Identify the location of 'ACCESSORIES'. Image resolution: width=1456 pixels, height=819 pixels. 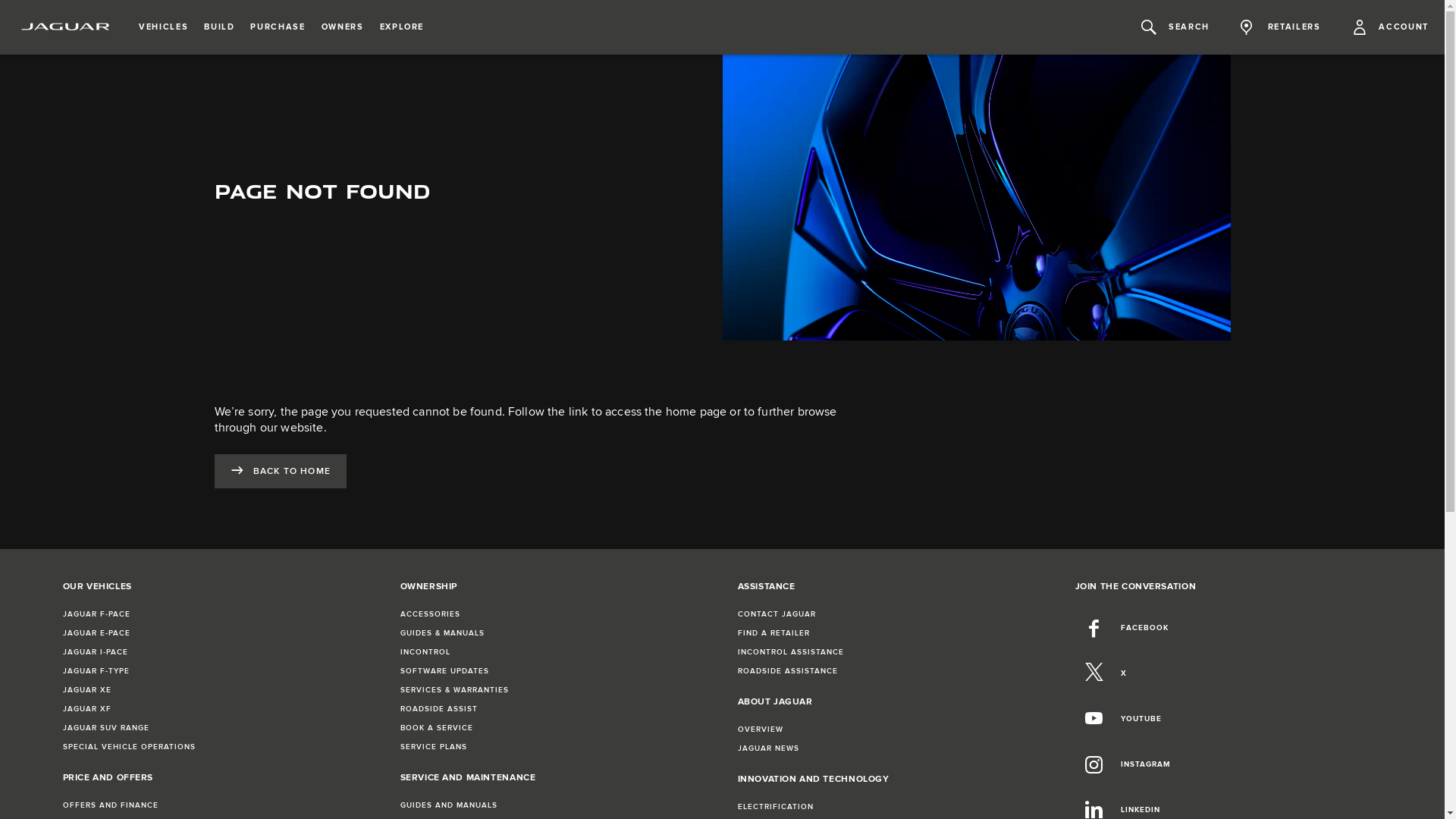
(429, 614).